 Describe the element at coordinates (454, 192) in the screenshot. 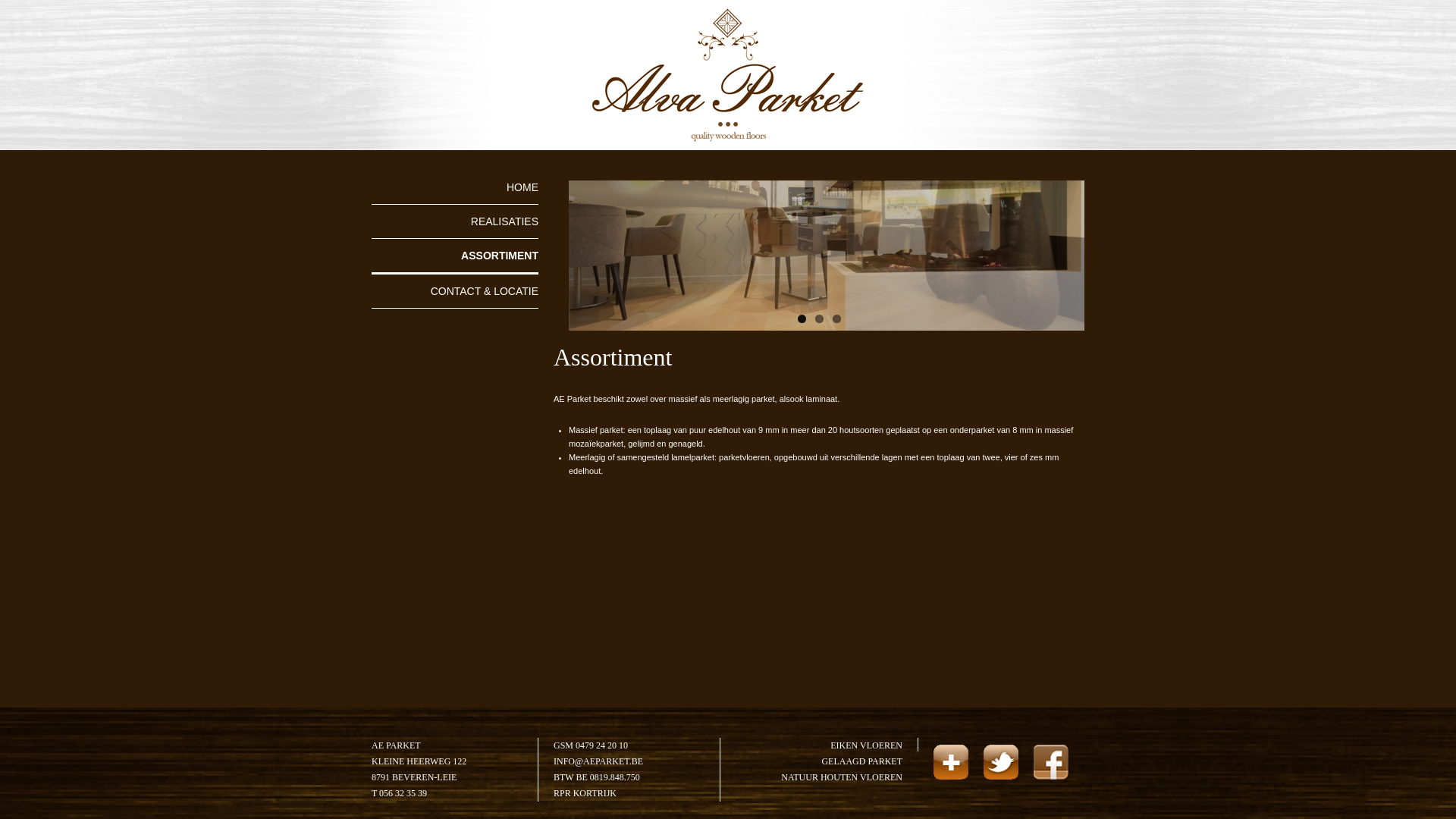

I see `'HOME'` at that location.